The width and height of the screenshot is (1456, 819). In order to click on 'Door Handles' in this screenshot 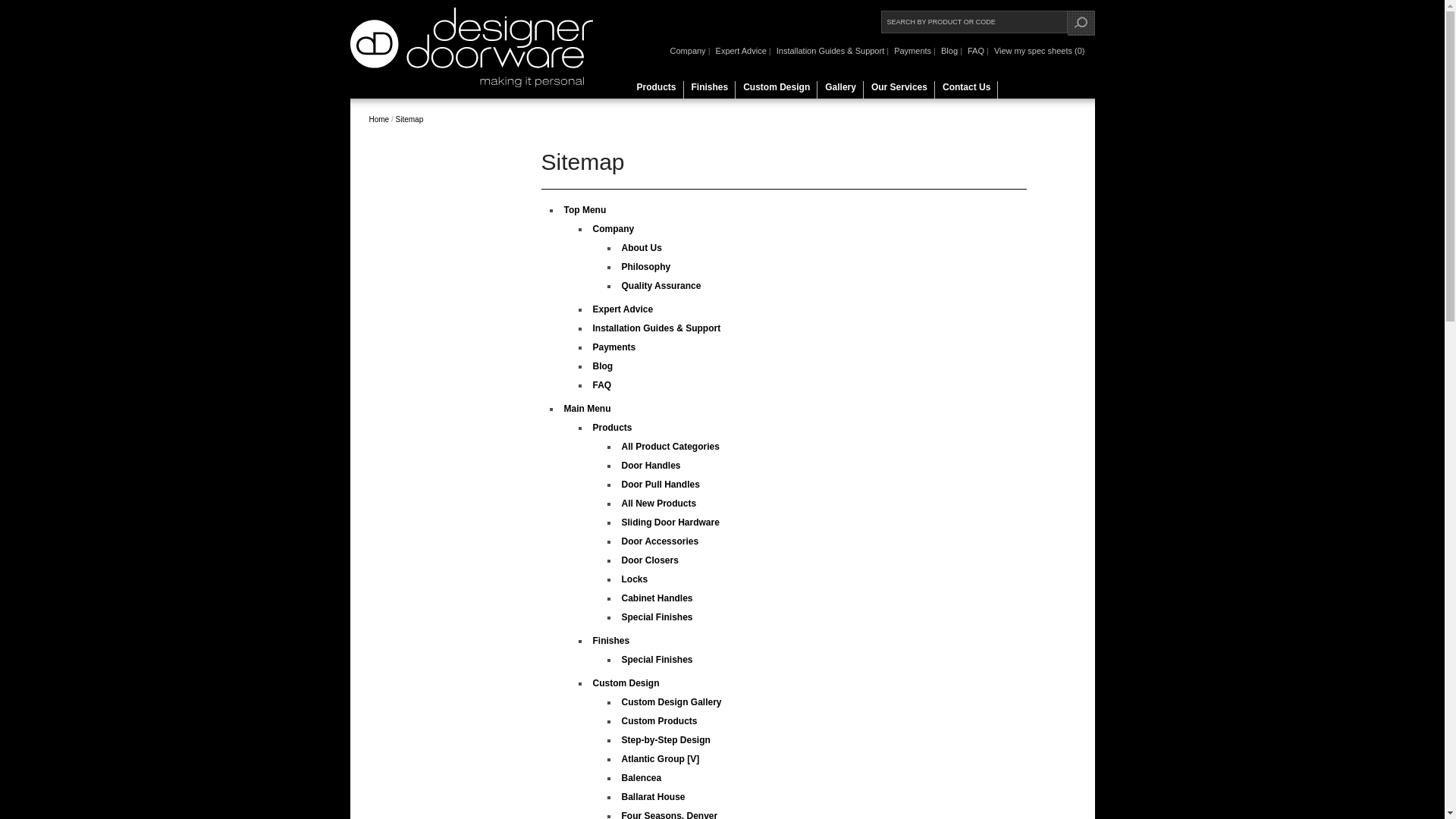, I will do `click(651, 464)`.